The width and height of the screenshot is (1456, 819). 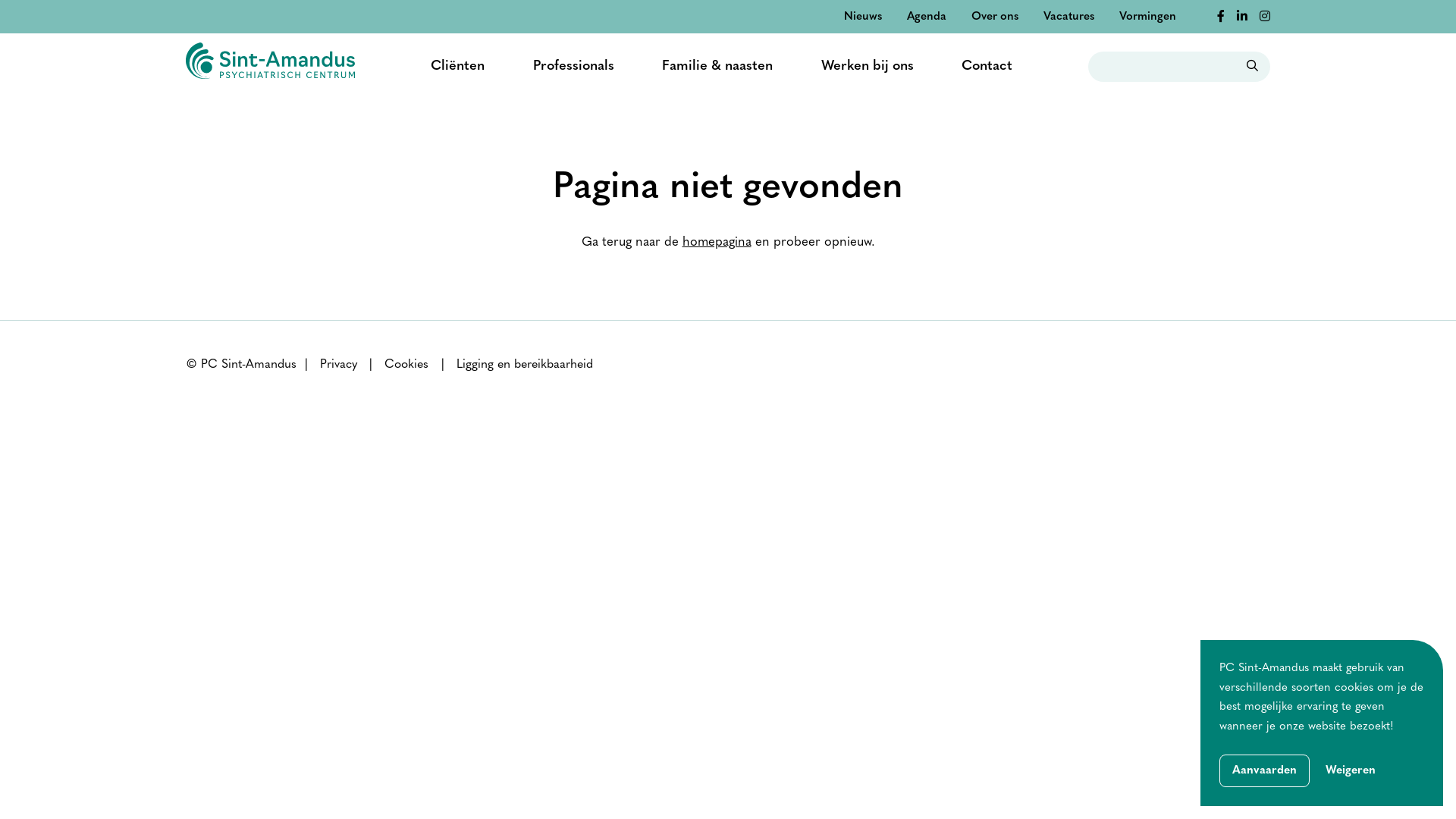 I want to click on 'Vormingen', so click(x=1119, y=17).